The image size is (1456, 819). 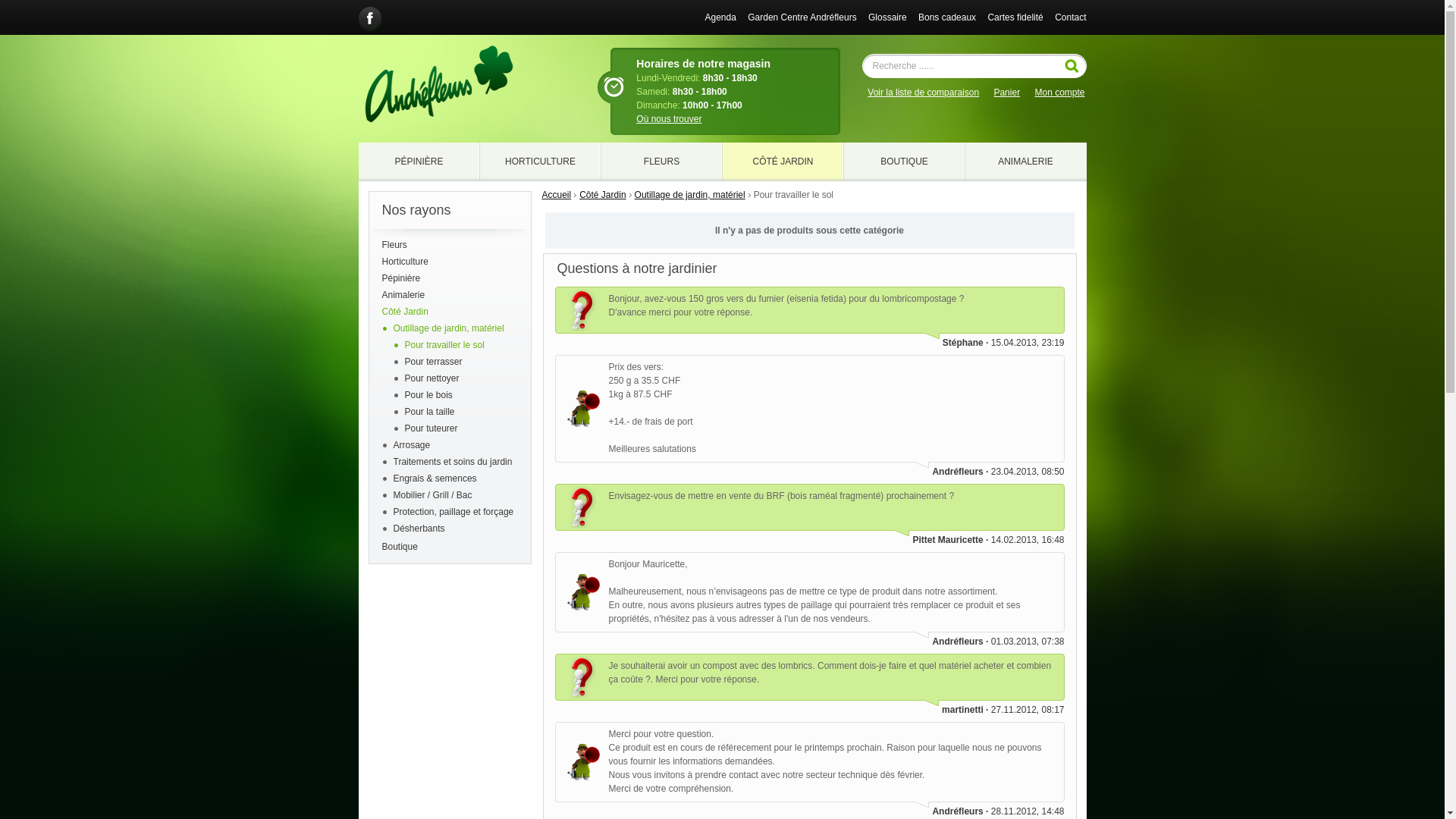 What do you see at coordinates (428, 412) in the screenshot?
I see `'Pour la taille'` at bounding box center [428, 412].